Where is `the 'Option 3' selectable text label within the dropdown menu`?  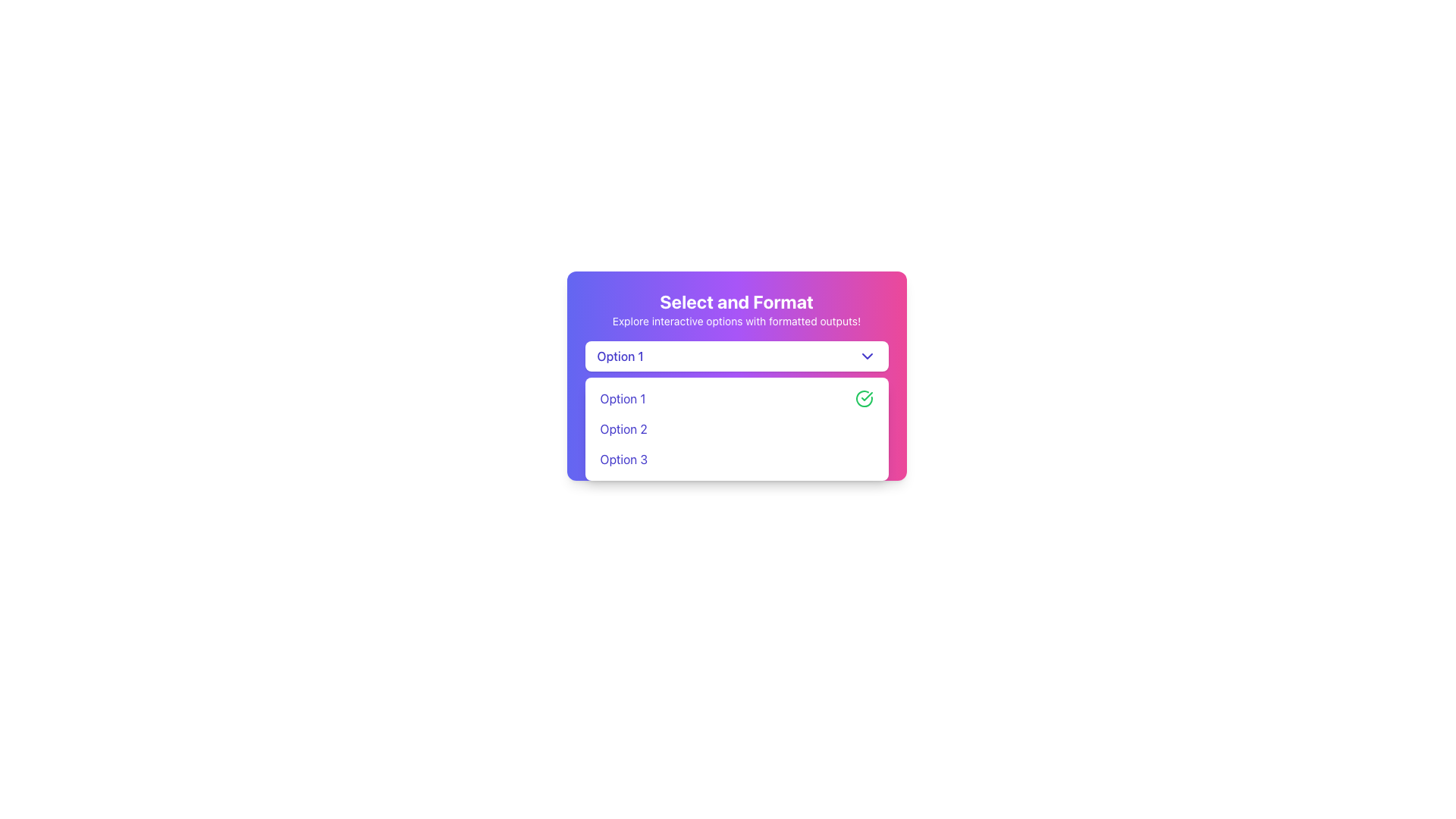 the 'Option 3' selectable text label within the dropdown menu is located at coordinates (623, 458).